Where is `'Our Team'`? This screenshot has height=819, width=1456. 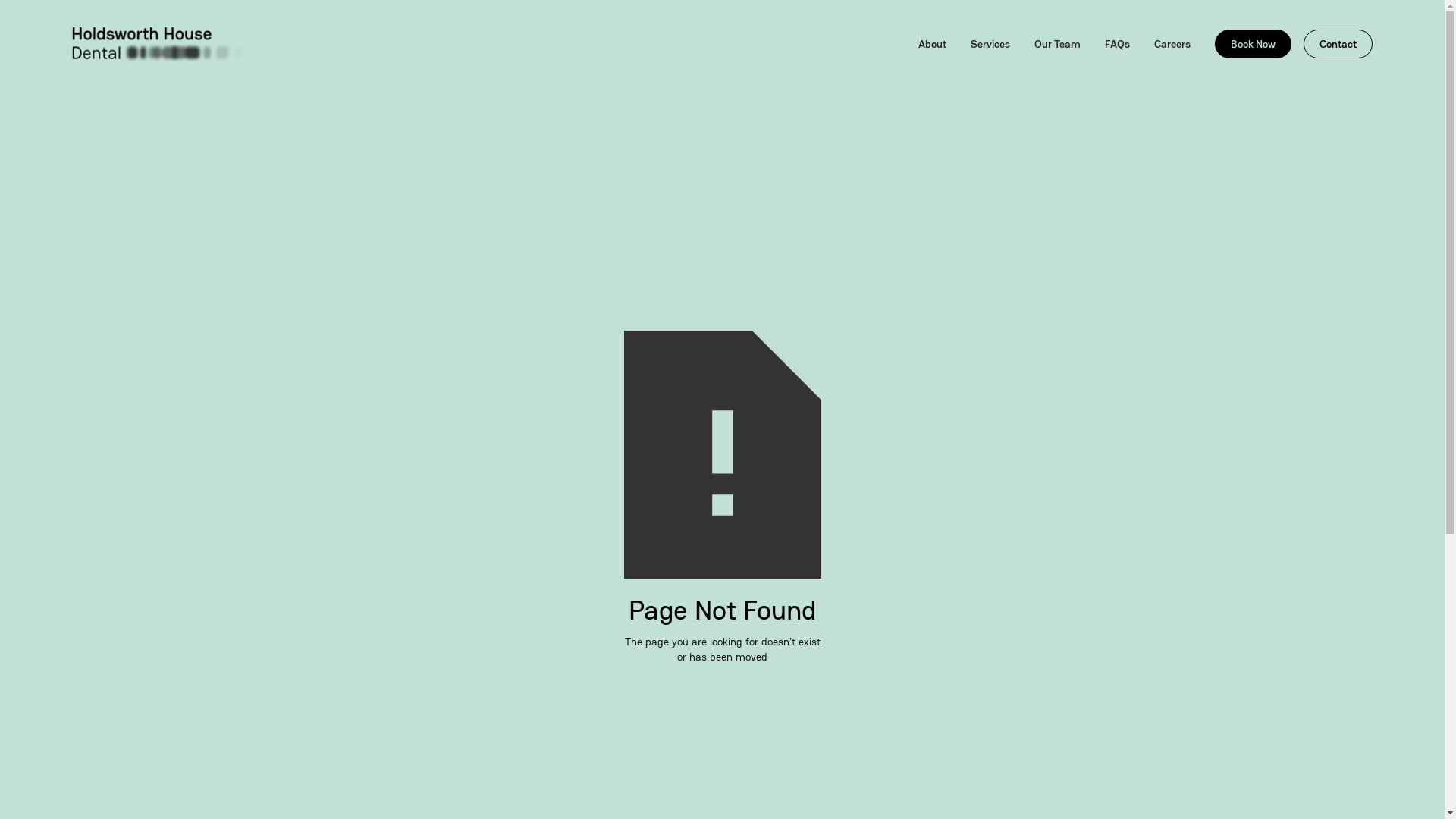 'Our Team' is located at coordinates (1056, 42).